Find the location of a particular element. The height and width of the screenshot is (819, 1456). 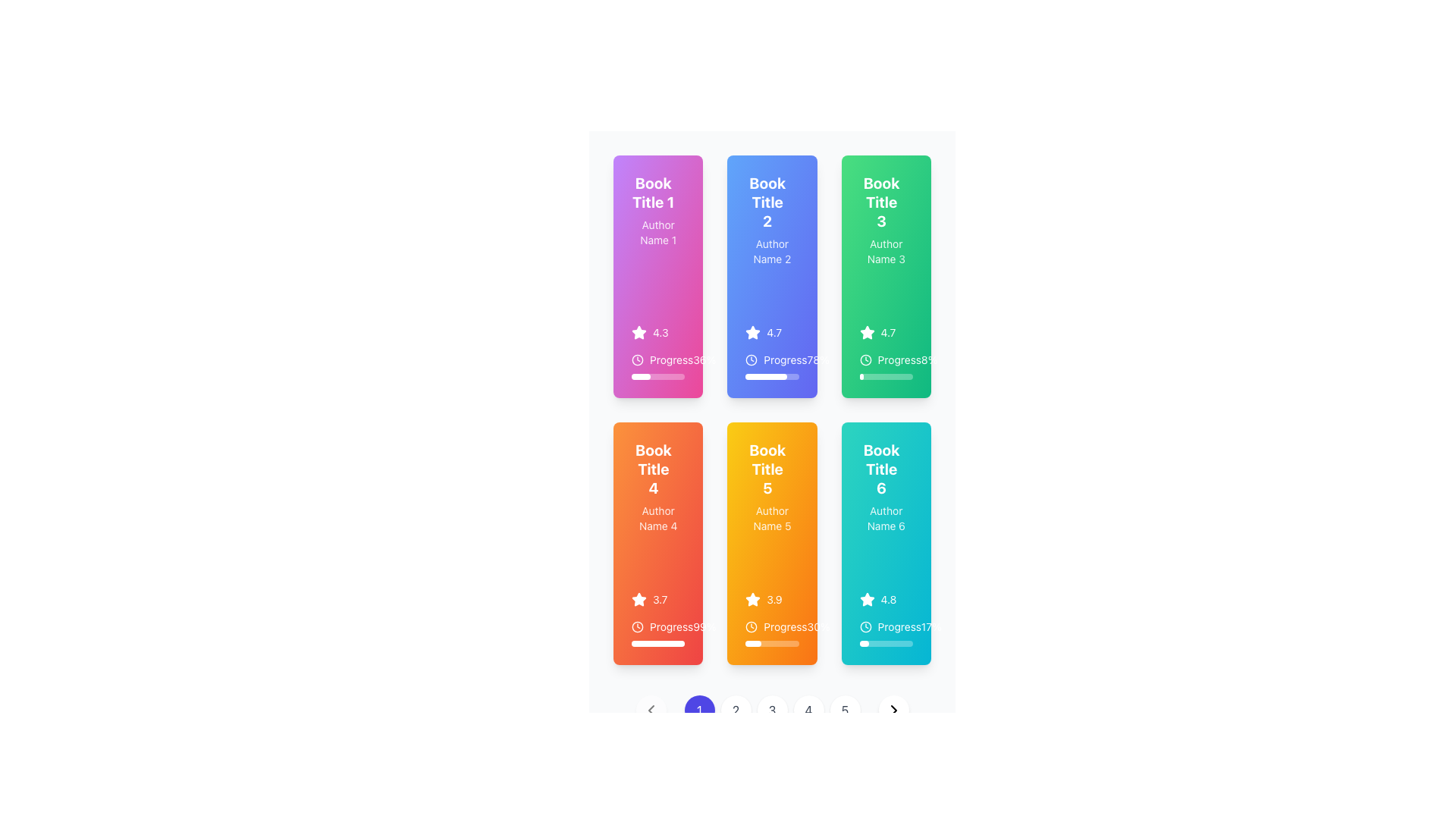

the progress status element displaying the book's progress within the cyan card labeled 'Book Title 6' is located at coordinates (886, 620).